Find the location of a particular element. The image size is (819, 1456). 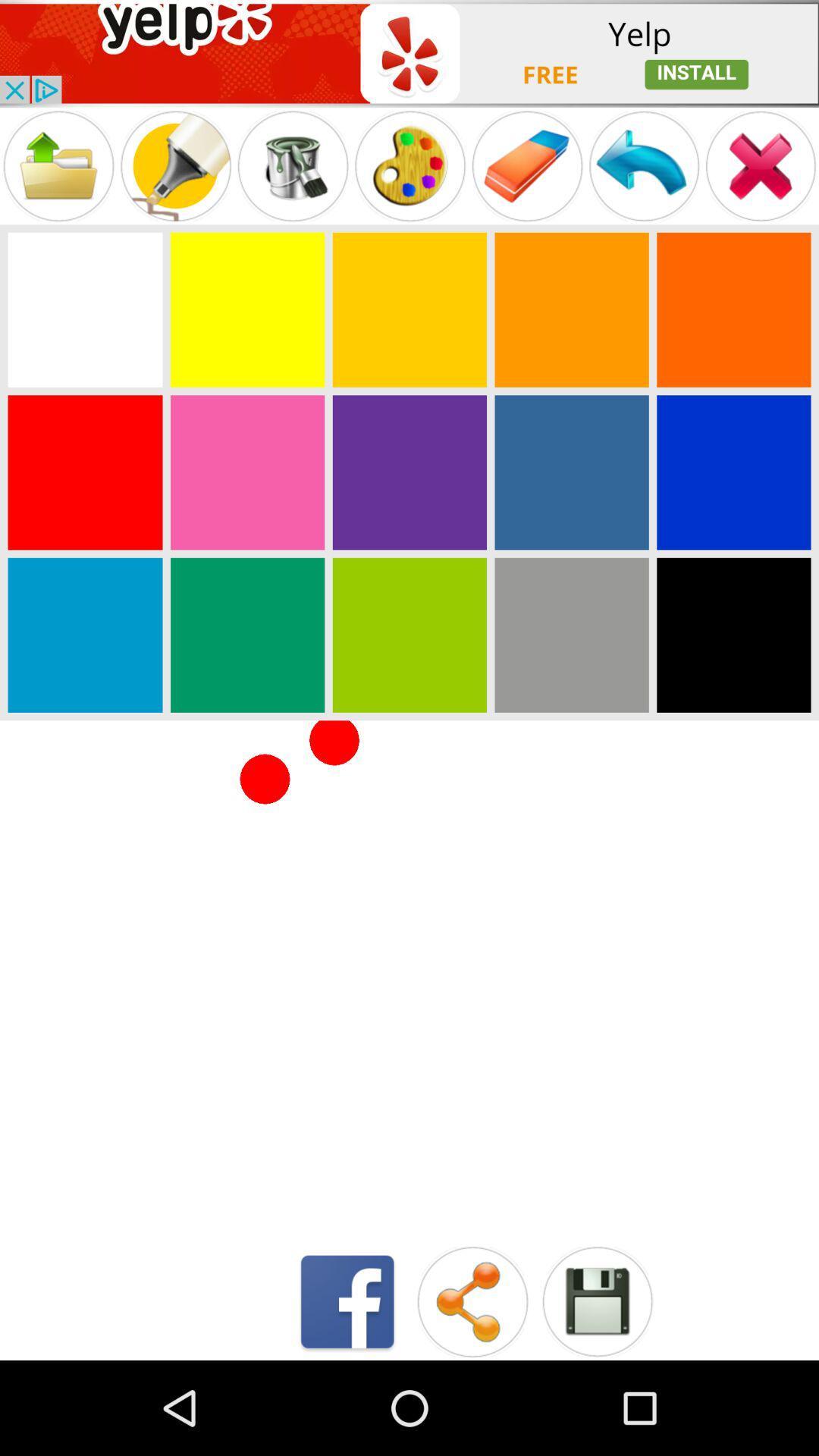

button is located at coordinates (596, 1301).